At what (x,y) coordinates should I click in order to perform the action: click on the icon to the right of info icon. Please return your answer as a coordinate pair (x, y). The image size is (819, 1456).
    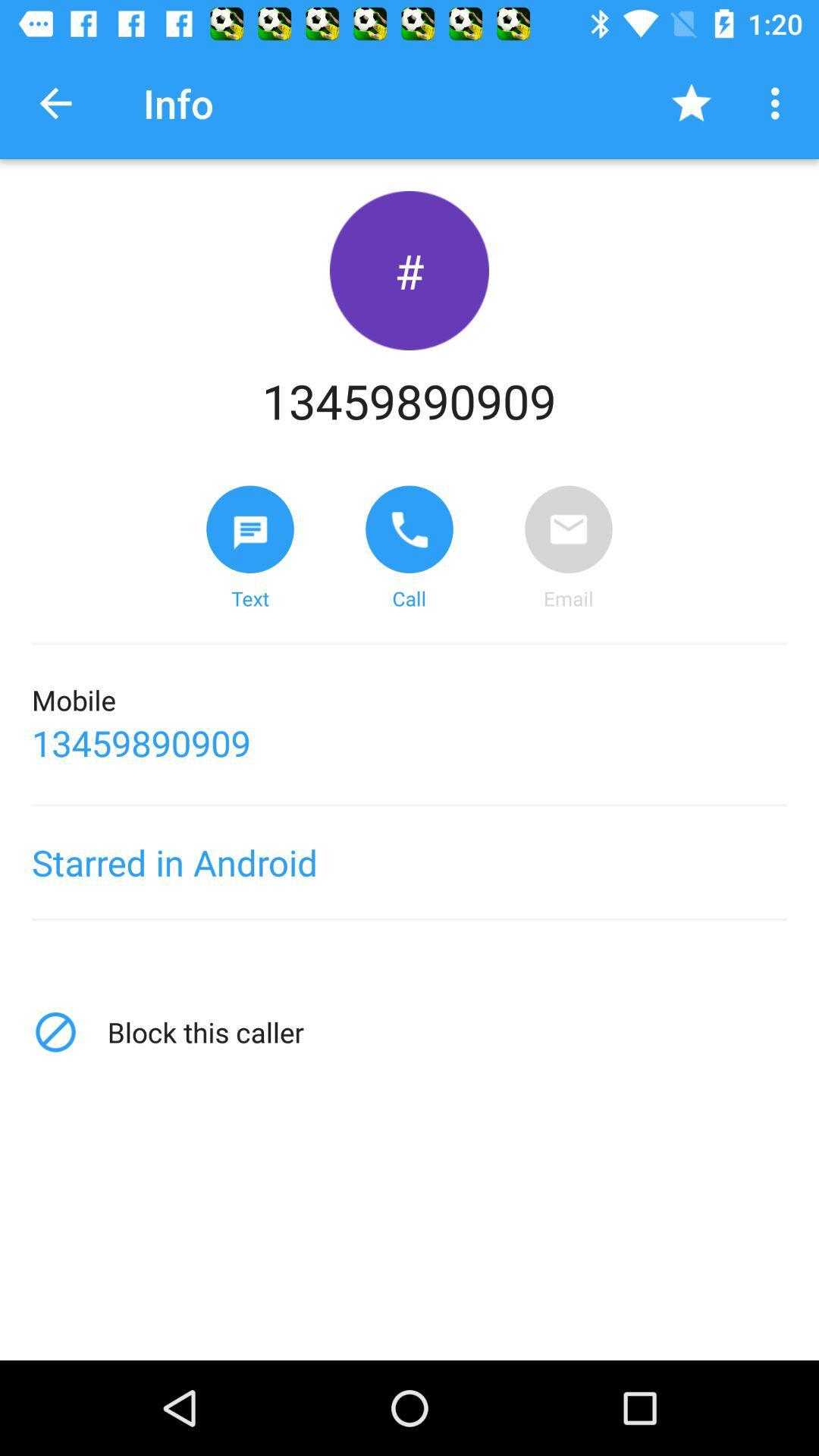
    Looking at the image, I should click on (691, 102).